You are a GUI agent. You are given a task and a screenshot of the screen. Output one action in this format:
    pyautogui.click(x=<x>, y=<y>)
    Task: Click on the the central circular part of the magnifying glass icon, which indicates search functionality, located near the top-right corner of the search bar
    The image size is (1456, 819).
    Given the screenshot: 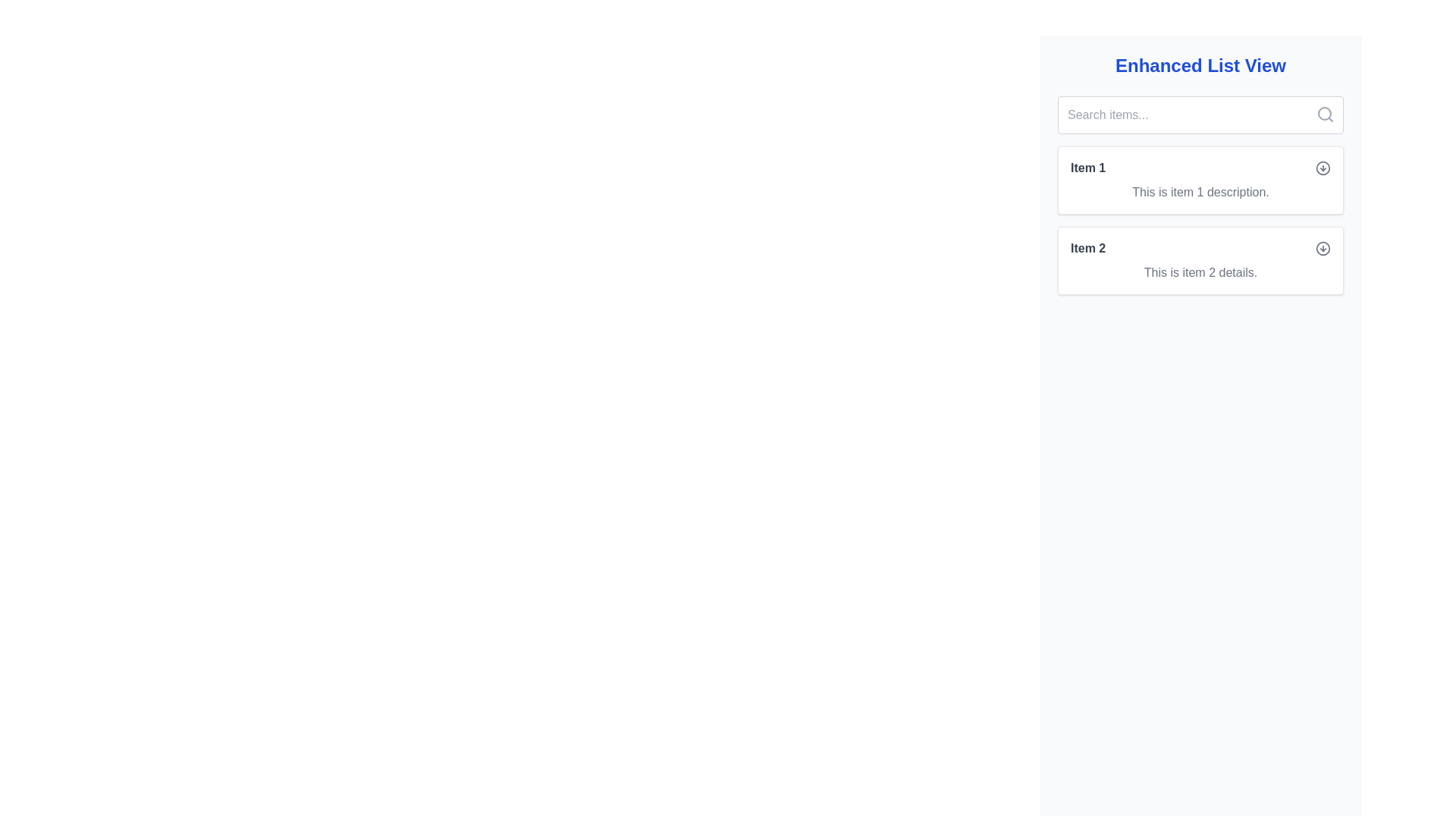 What is the action you would take?
    pyautogui.click(x=1324, y=113)
    